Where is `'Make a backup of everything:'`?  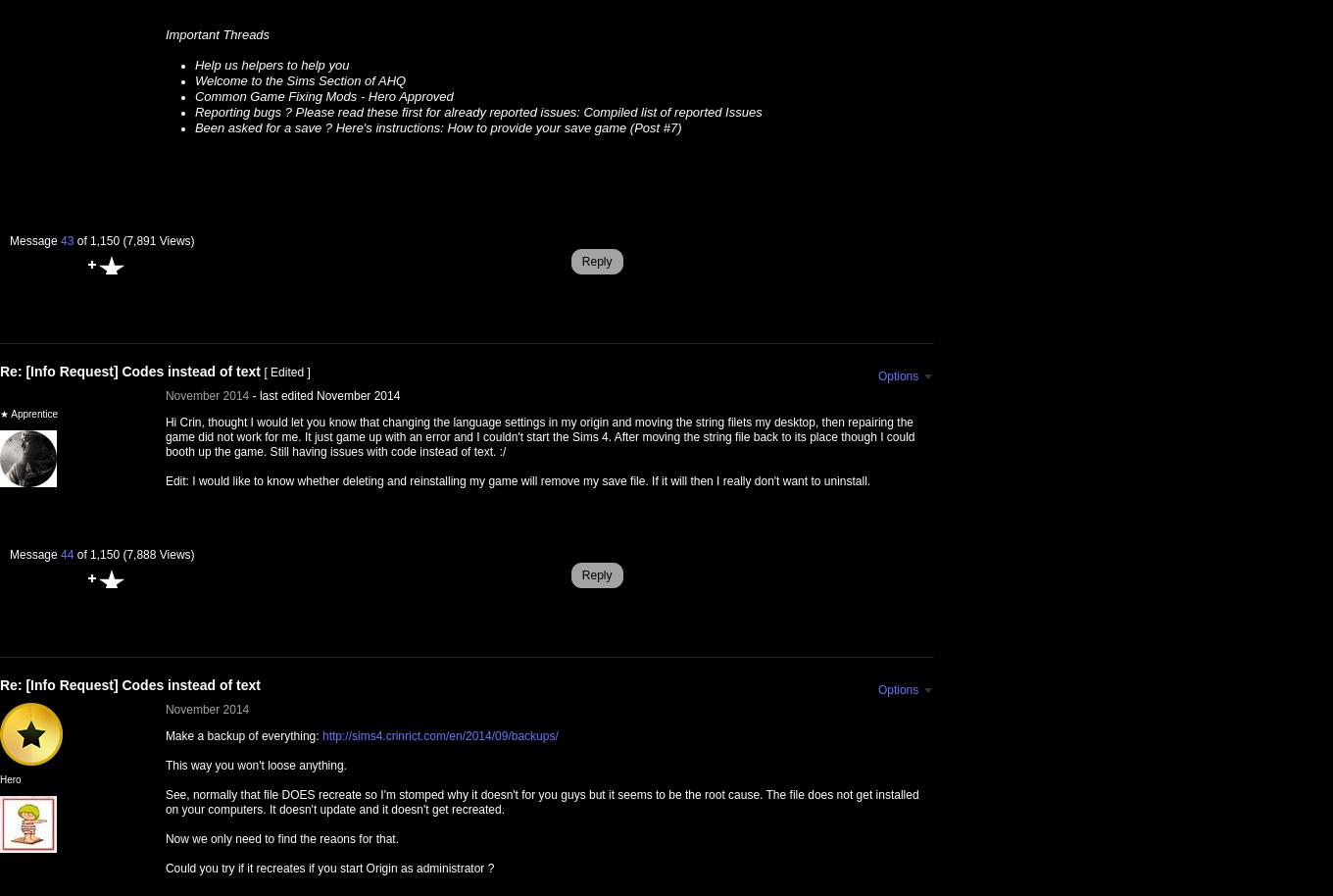 'Make a backup of everything:' is located at coordinates (243, 736).